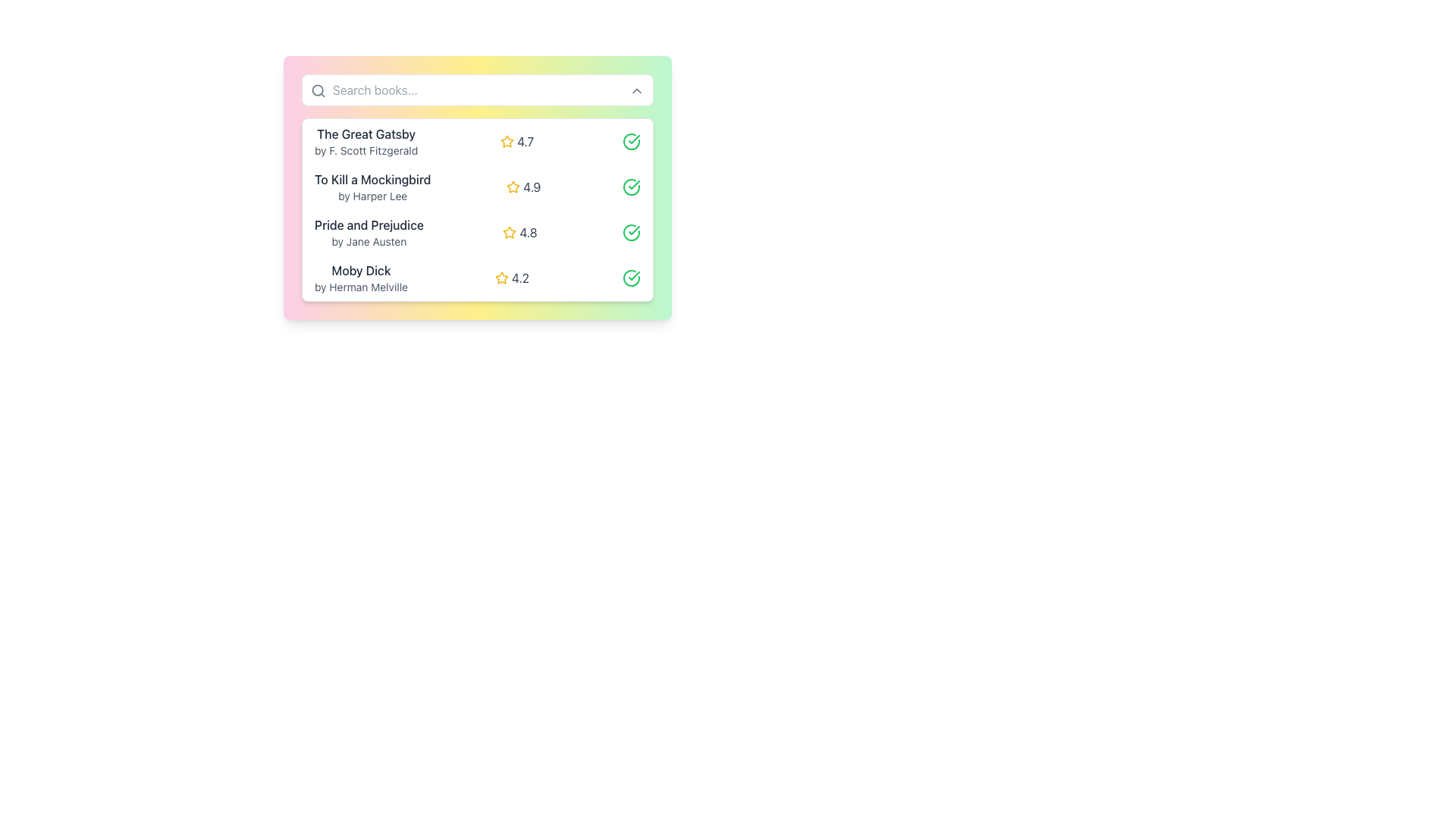 Image resolution: width=1456 pixels, height=819 pixels. Describe the element at coordinates (372, 178) in the screenshot. I see `title text of the book located in the second entry of the vertical list, situated between 'The Great Gatsby' and 'Pride and Prejudice'` at that location.